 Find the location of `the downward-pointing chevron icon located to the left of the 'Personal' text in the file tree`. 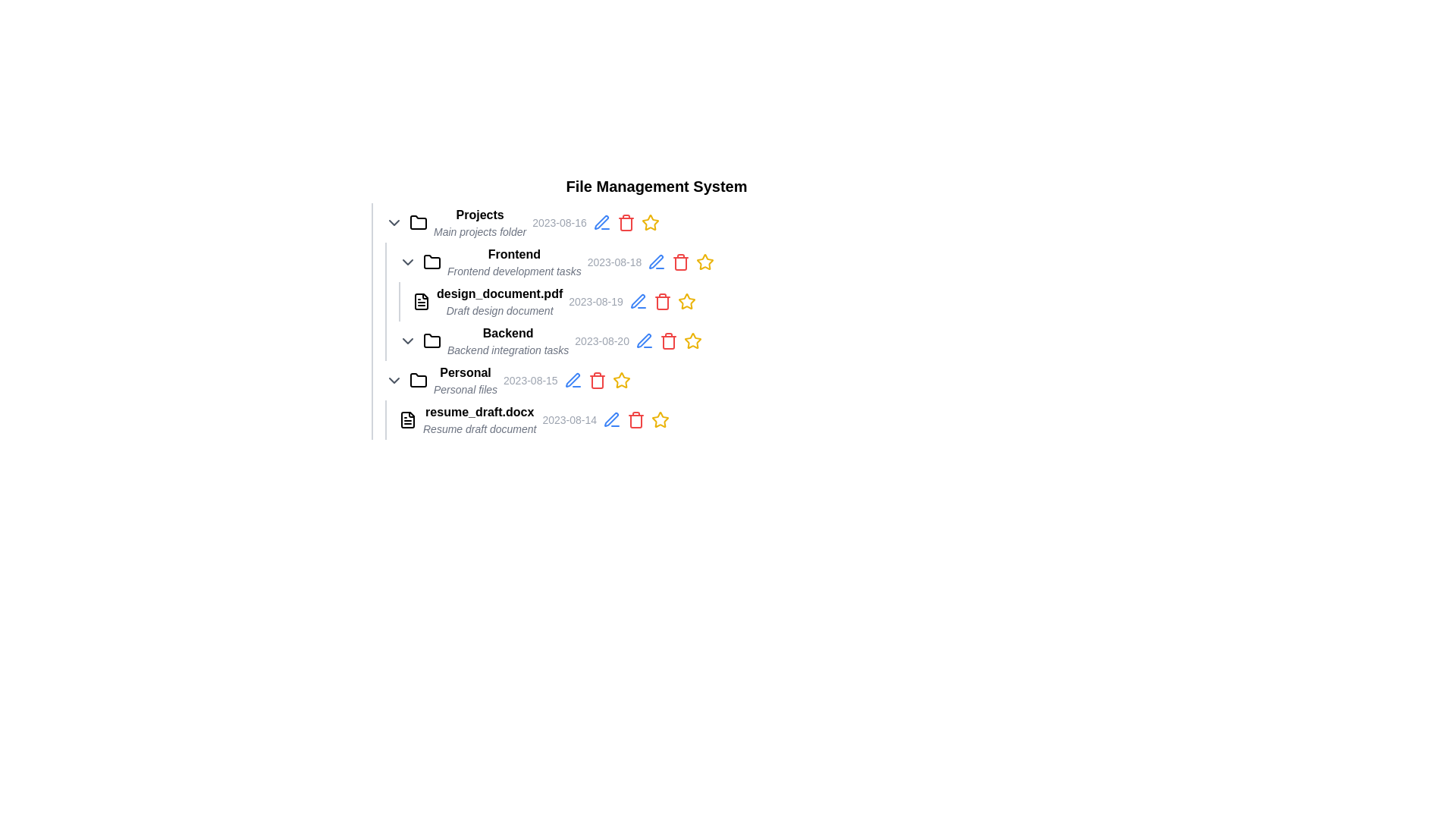

the downward-pointing chevron icon located to the left of the 'Personal' text in the file tree is located at coordinates (394, 379).